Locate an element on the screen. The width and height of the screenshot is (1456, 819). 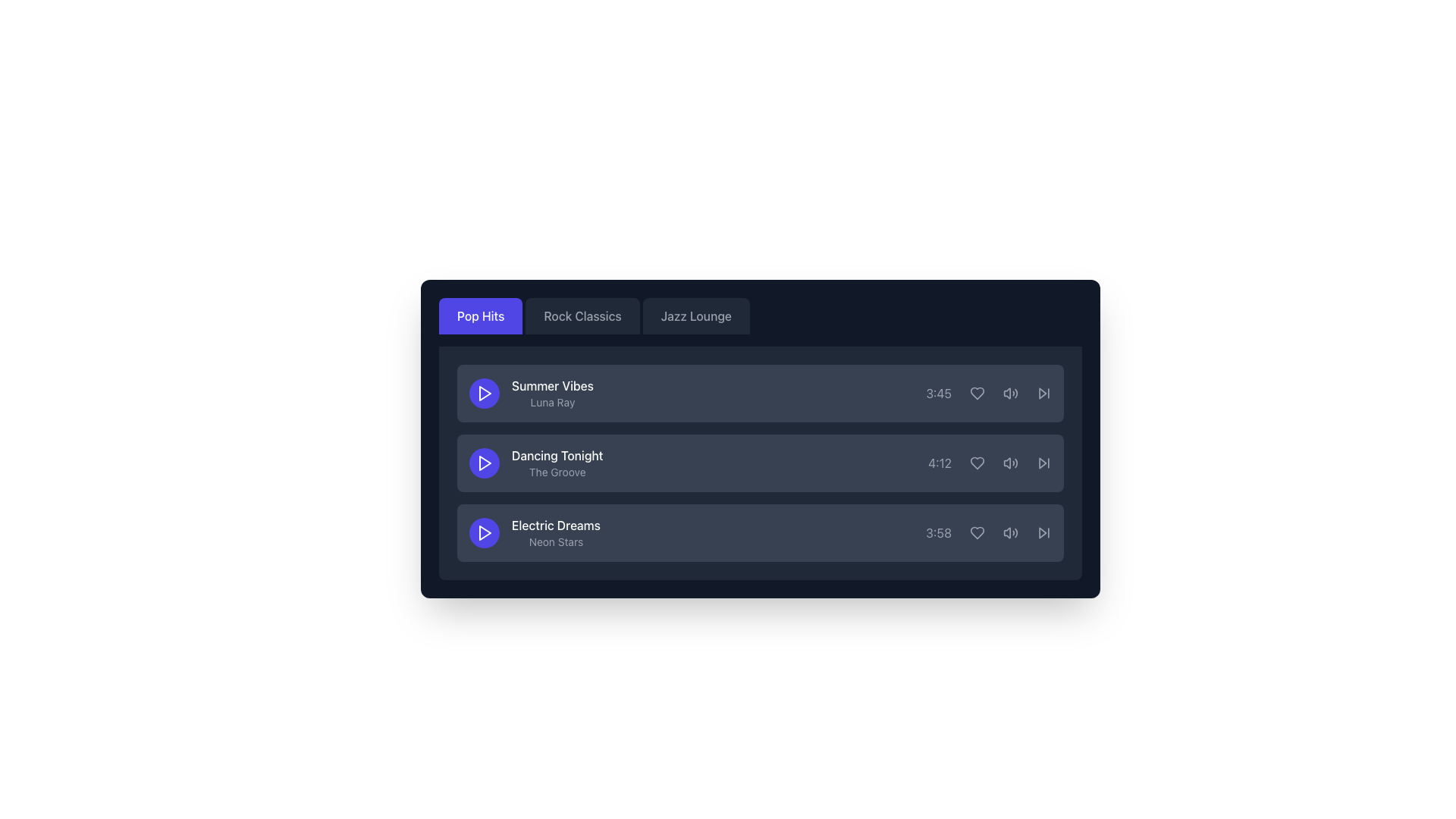
text content of the subtitle label located below 'Dancing Tonight' in the second row of the content list, which serves as additional information about the performer or related group is located at coordinates (557, 472).